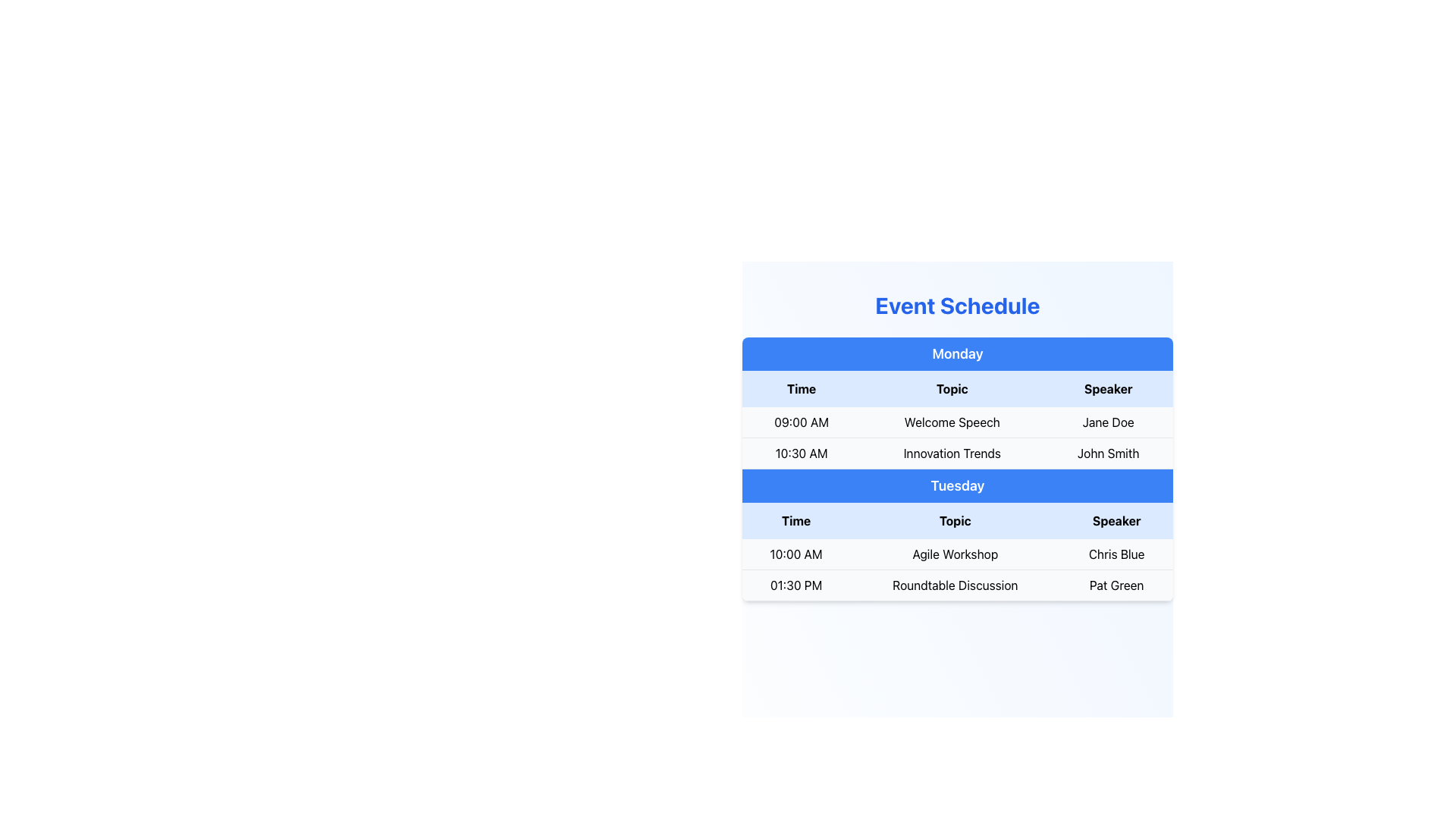 The image size is (1456, 819). Describe the element at coordinates (954, 519) in the screenshot. I see `the Table Header Cell displaying 'Topic' in bold black font, which is part of the header row between 'Time' and 'Speaker'` at that location.